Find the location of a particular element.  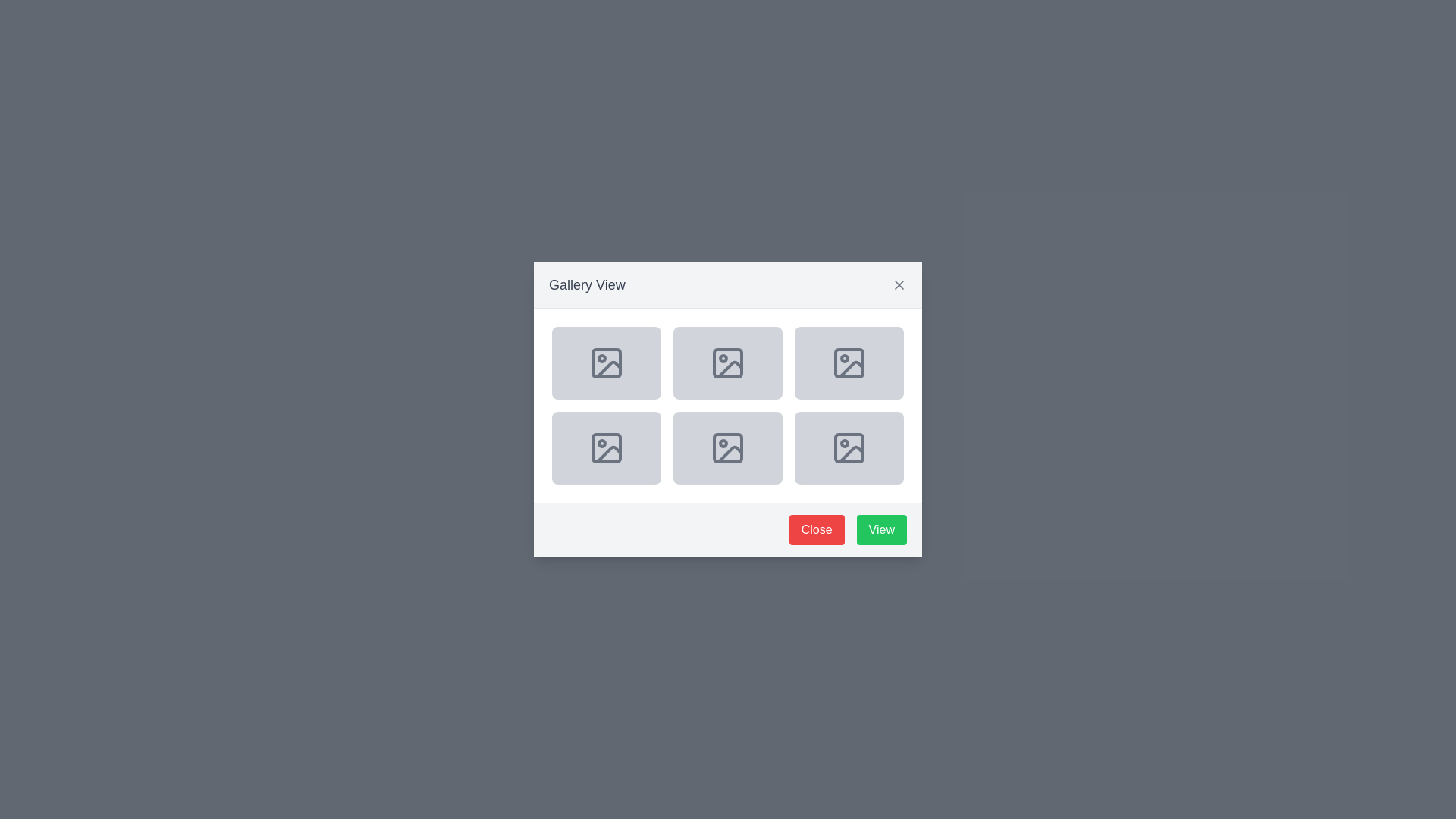

the Icon placeholder, which is a rectangular box with rounded corners and a light gray background, containing a gray line drawing of a picture frame, located in the second column and third row of the grid in the 'Gallery View' modal is located at coordinates (728, 447).